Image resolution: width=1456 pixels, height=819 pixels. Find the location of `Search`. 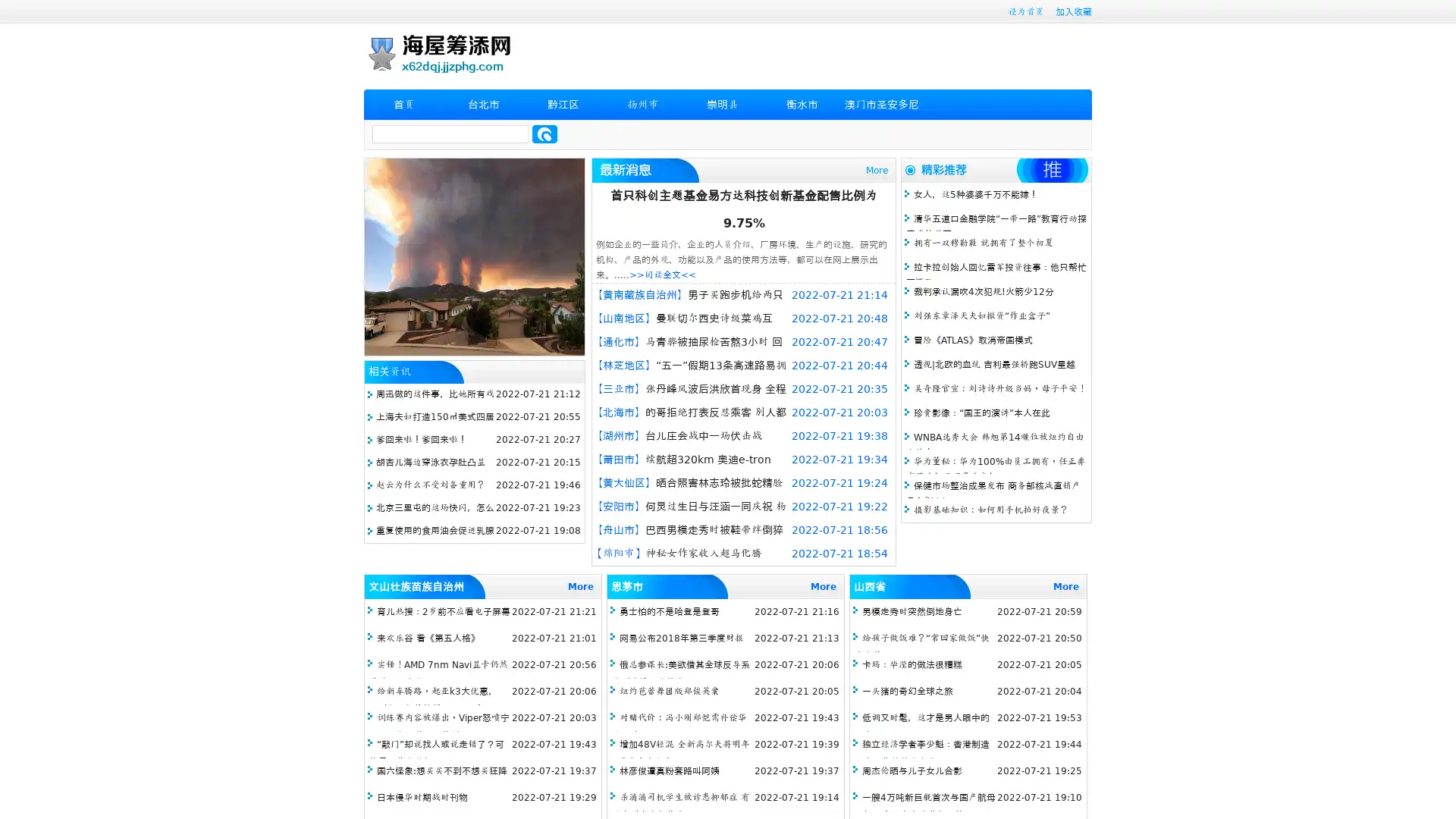

Search is located at coordinates (544, 133).